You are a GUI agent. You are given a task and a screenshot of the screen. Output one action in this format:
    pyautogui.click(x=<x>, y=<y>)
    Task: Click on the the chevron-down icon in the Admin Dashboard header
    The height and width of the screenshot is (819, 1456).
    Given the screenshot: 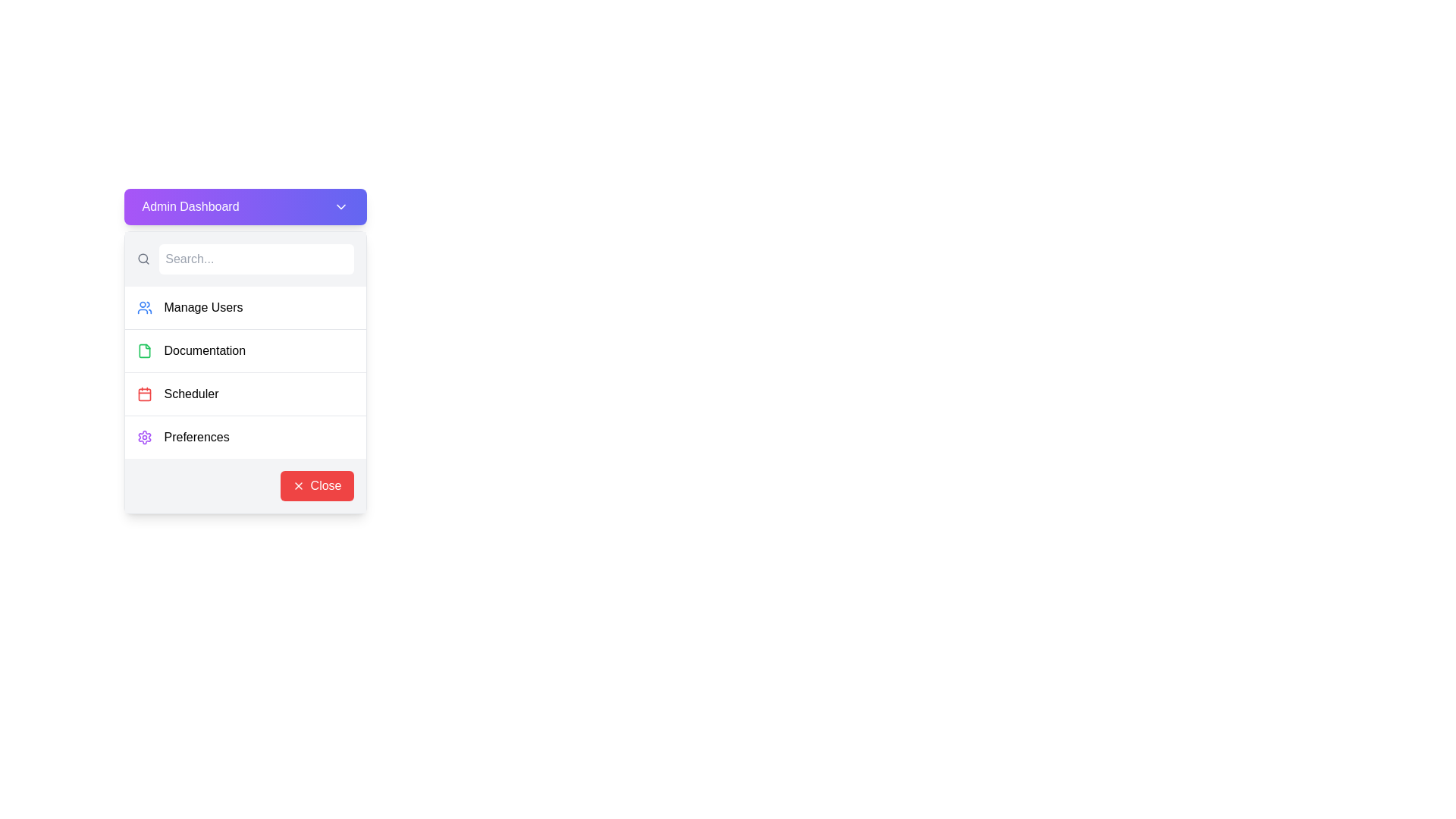 What is the action you would take?
    pyautogui.click(x=340, y=207)
    